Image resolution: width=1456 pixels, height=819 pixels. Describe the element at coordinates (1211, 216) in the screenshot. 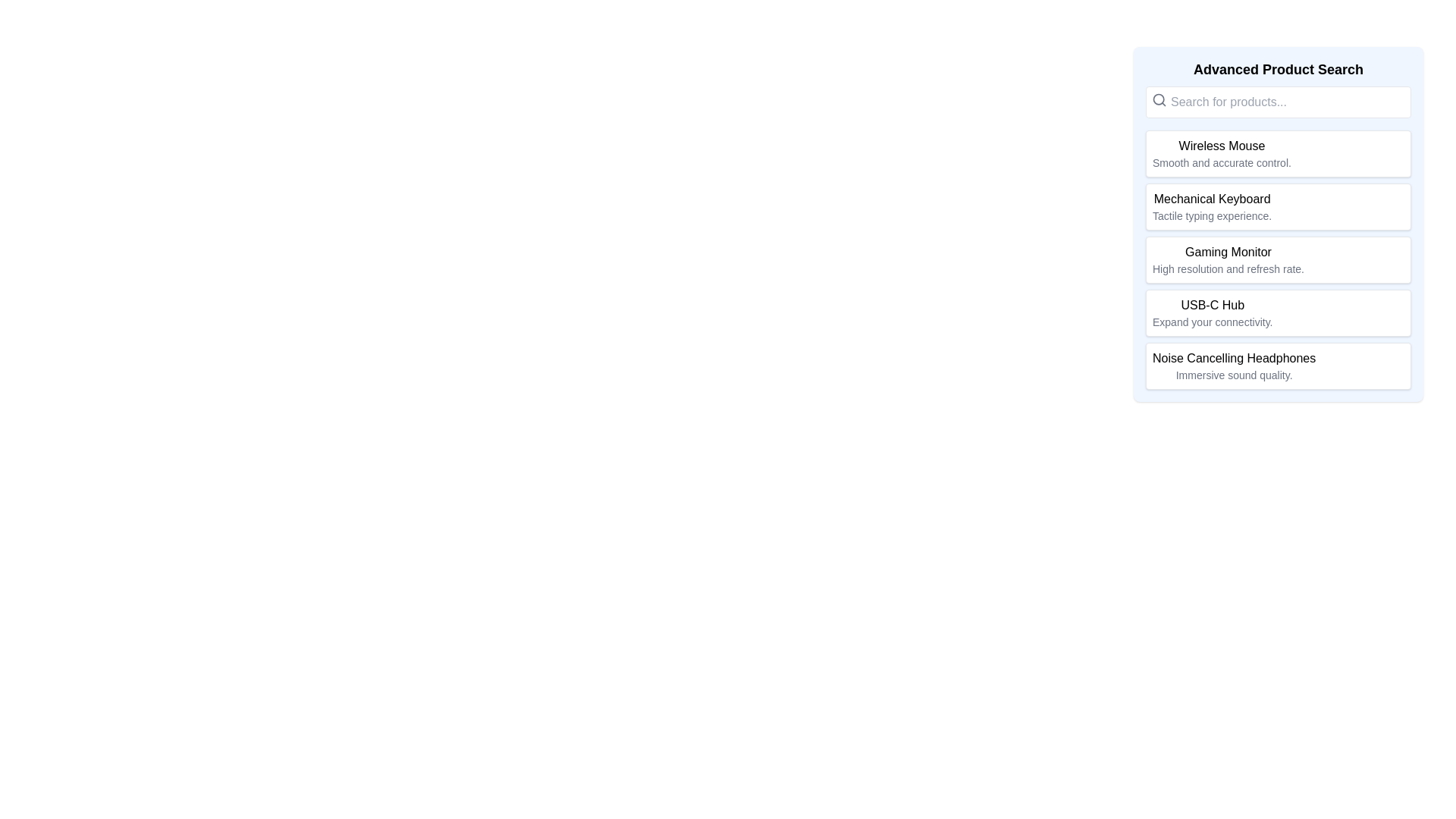

I see `the auxiliary description text label located below the 'Mechanical Keyboard' text to trigger potential tooltips` at that location.